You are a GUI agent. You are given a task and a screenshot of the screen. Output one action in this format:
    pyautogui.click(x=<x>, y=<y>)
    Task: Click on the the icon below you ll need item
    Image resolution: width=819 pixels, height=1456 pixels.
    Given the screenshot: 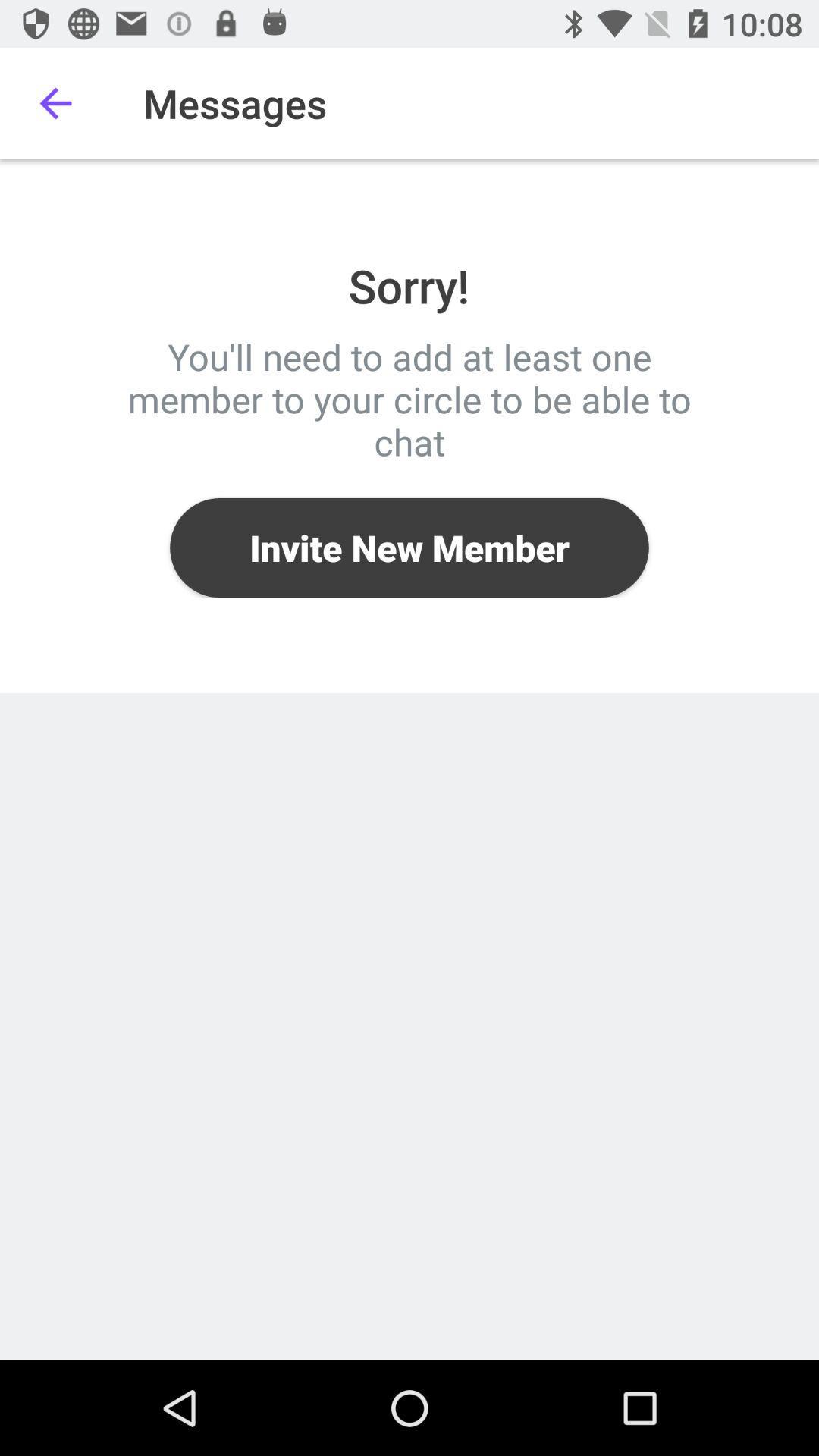 What is the action you would take?
    pyautogui.click(x=409, y=547)
    